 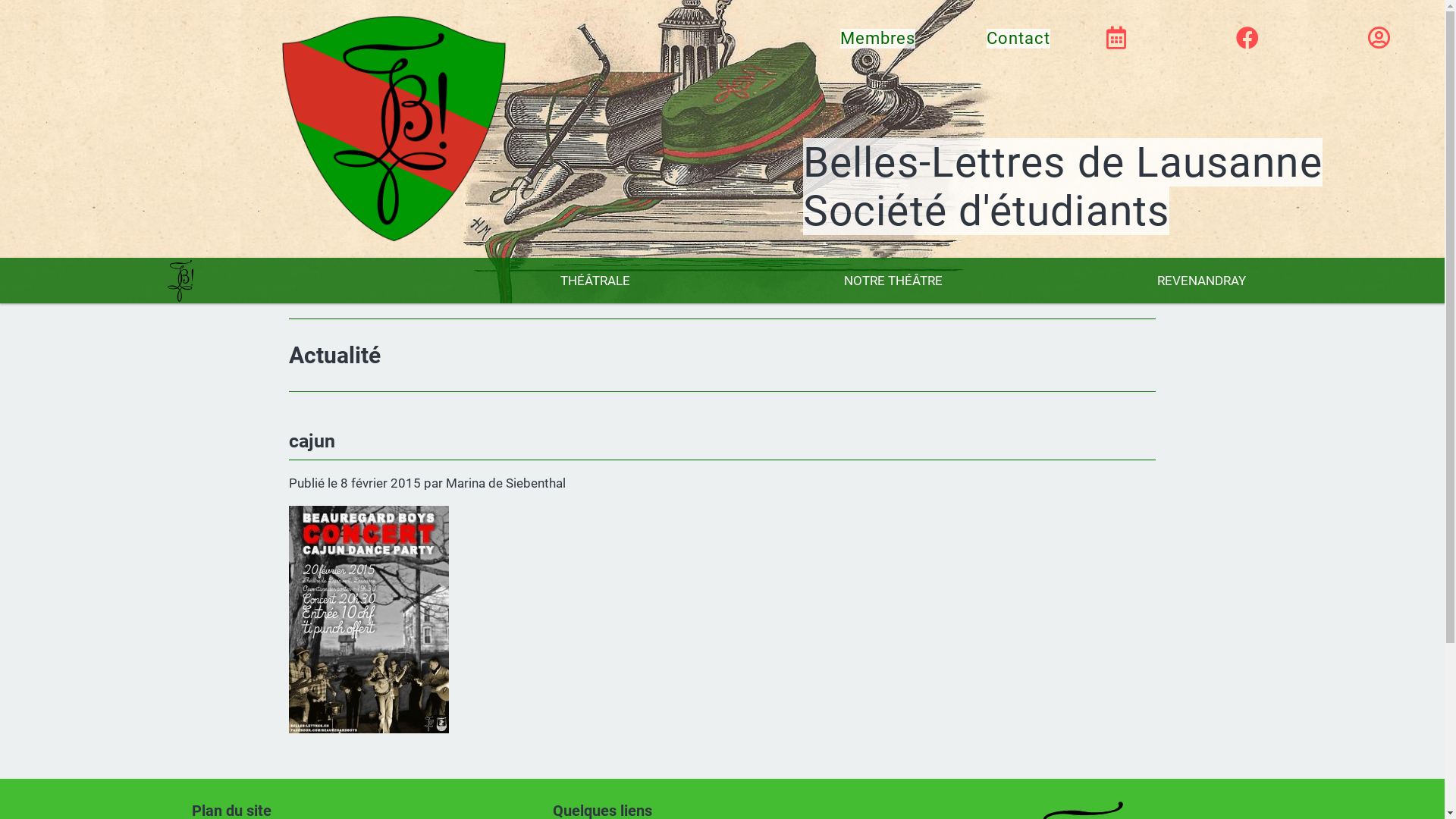 What do you see at coordinates (839, 37) in the screenshot?
I see `'Membres'` at bounding box center [839, 37].